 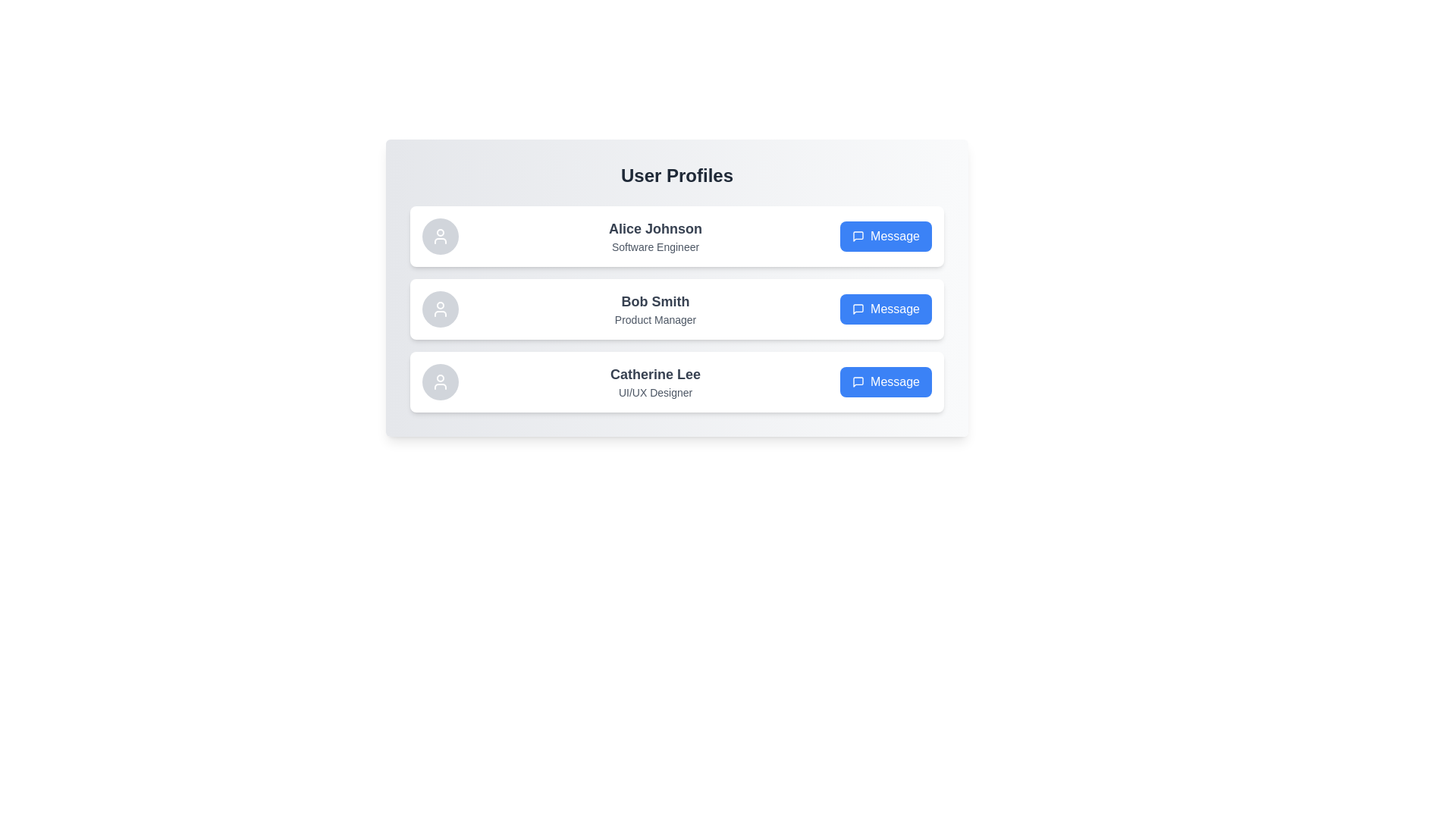 I want to click on the user profile of Alice Johnson, so click(x=676, y=237).